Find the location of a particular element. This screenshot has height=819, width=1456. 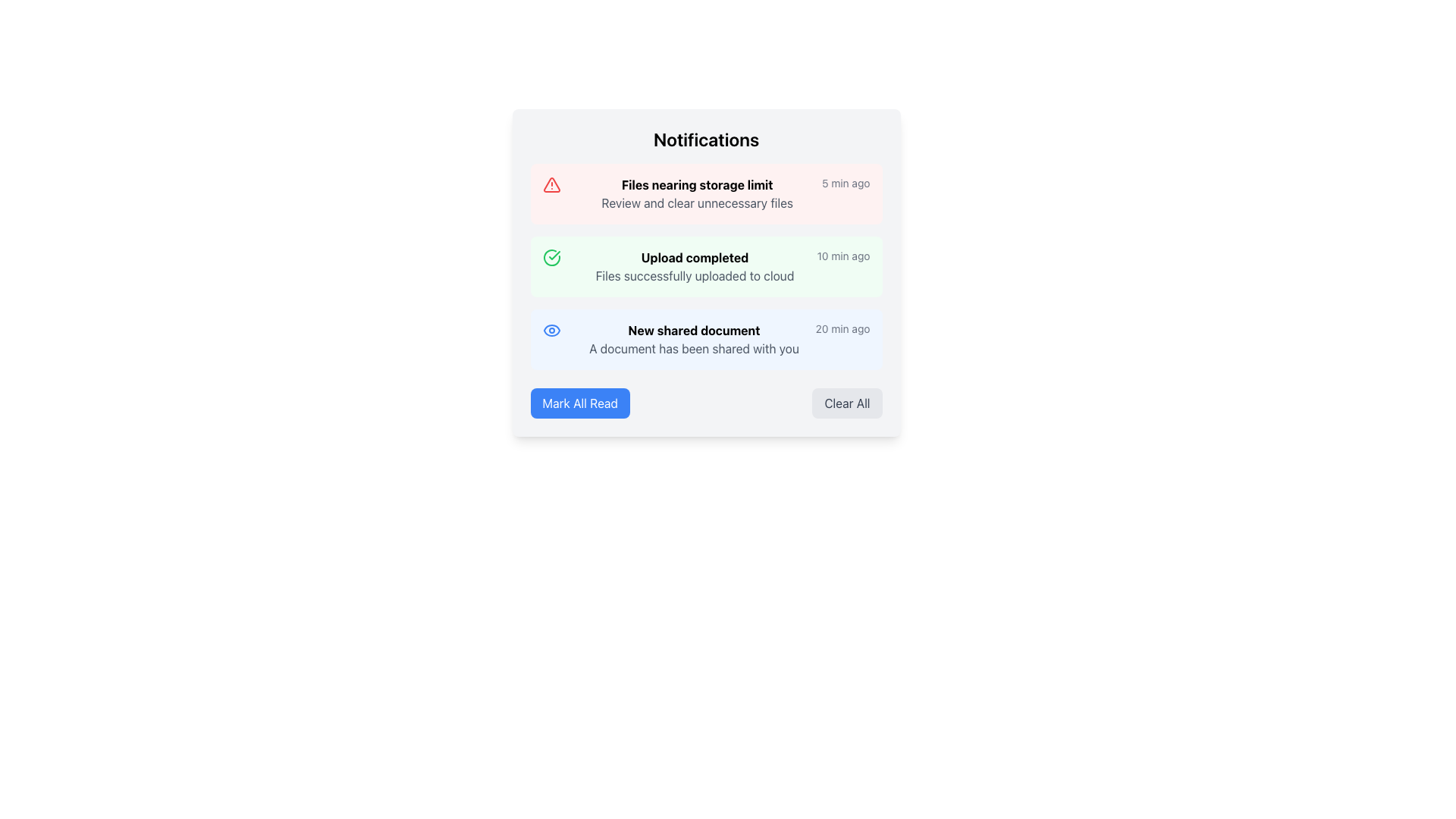

text from the Text Label that indicates a successful file upload, positioned beneath the 'Upload completed' heading in the notifications panel is located at coordinates (694, 275).